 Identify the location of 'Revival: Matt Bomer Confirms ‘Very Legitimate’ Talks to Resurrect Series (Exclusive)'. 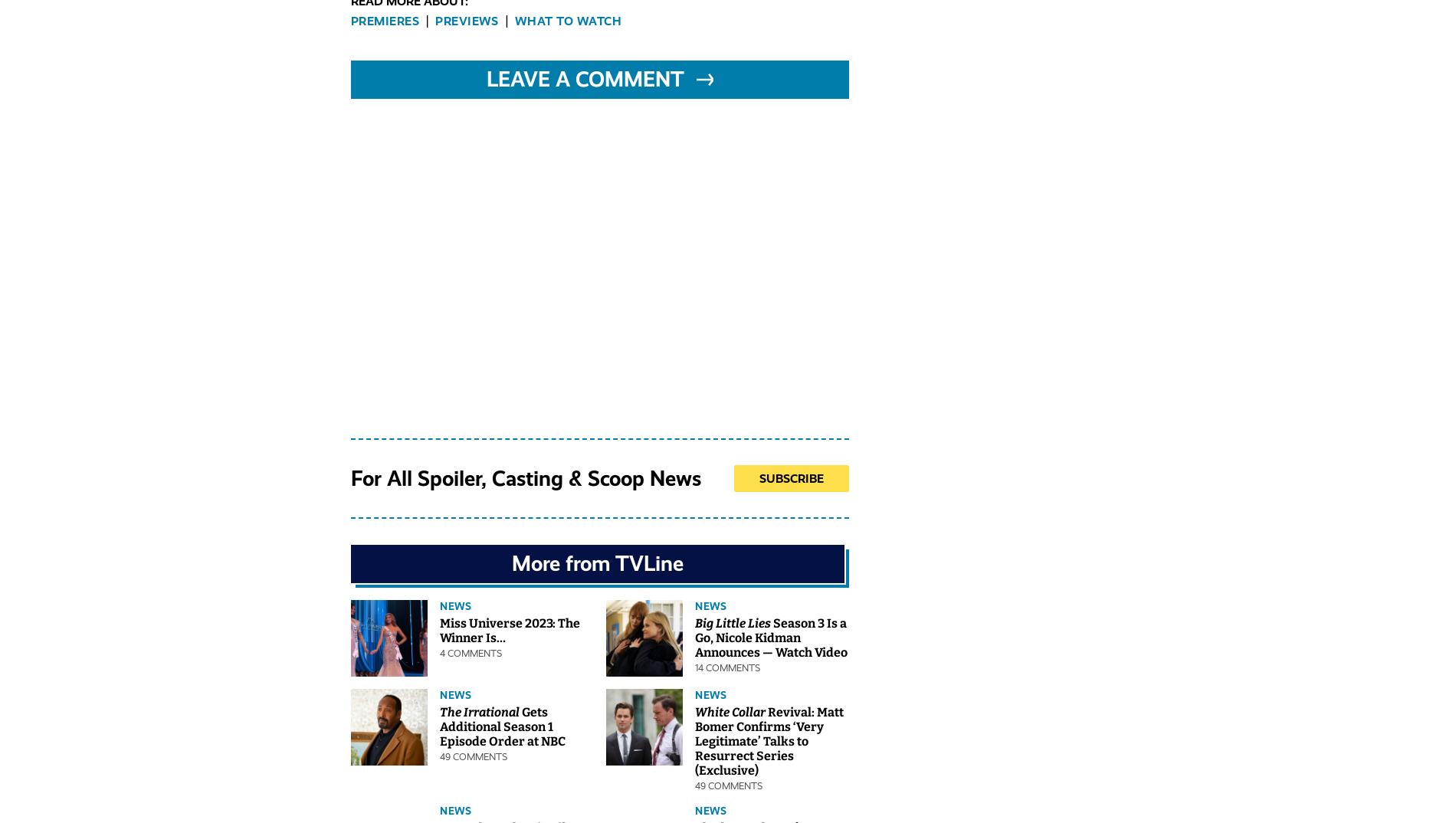
(769, 740).